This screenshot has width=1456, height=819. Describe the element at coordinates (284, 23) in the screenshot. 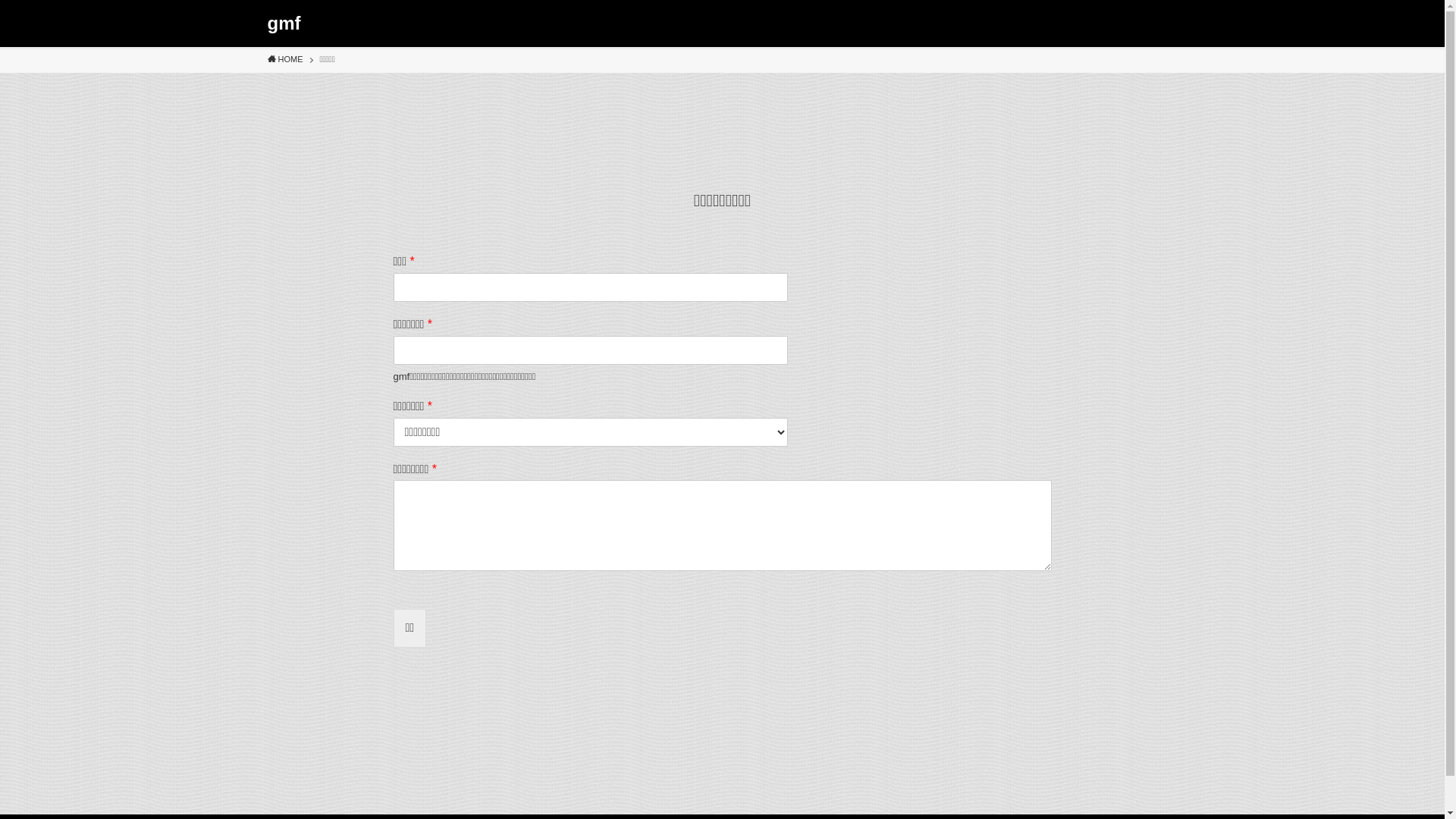

I see `'gmf'` at that location.